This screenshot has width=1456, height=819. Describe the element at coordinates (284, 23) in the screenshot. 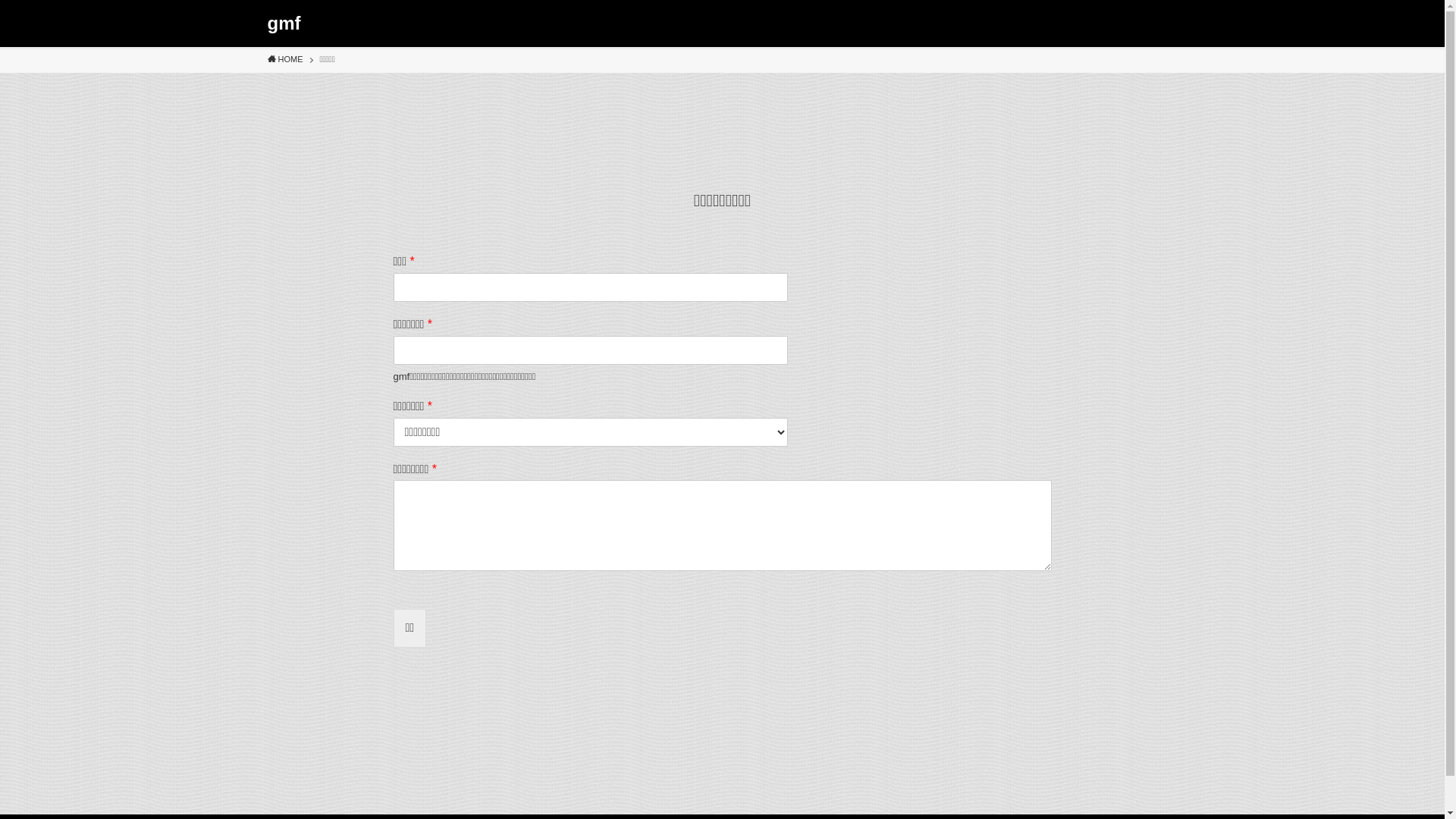

I see `'gmf'` at that location.